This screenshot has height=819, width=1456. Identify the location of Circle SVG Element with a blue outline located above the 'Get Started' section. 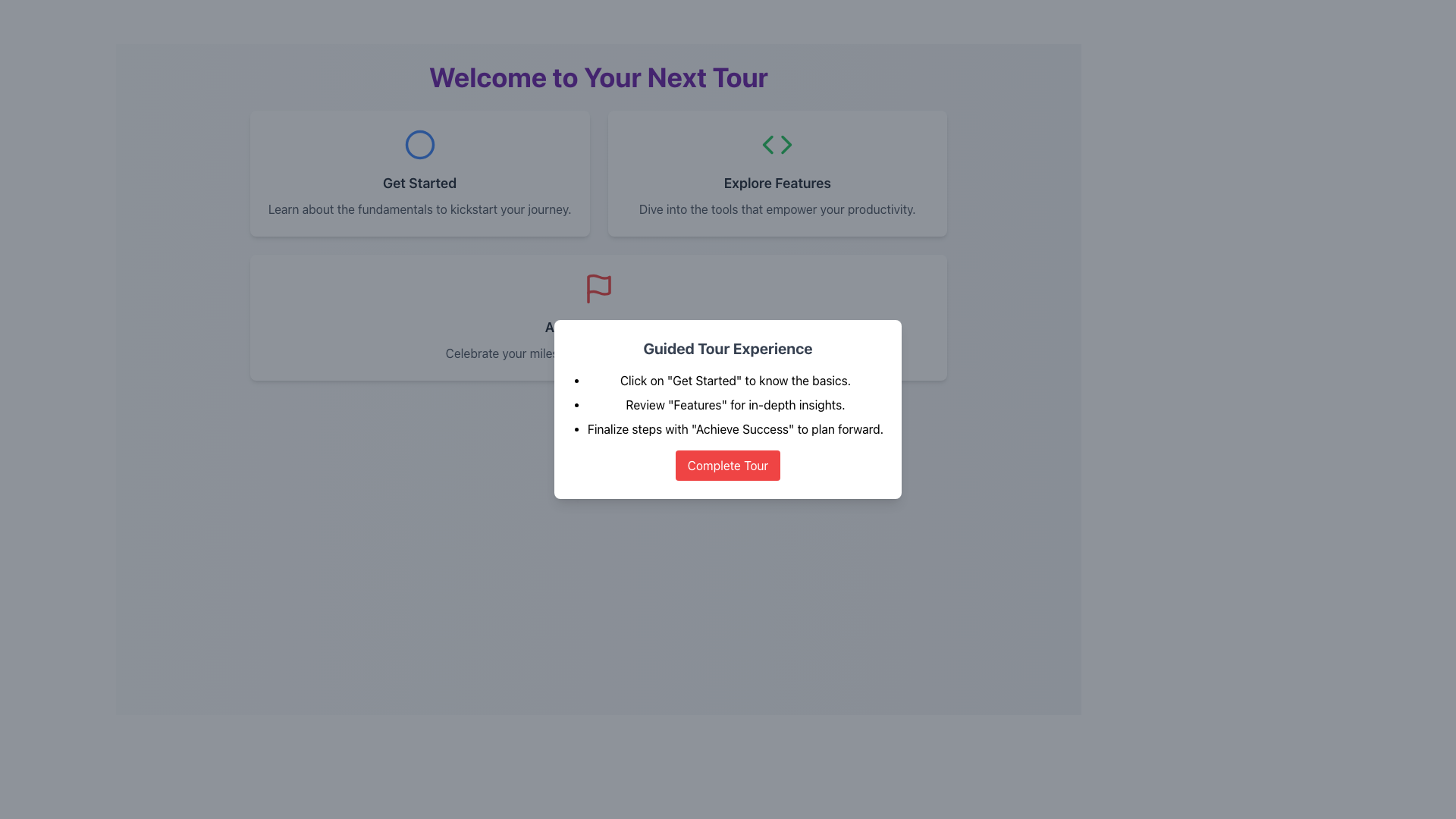
(419, 145).